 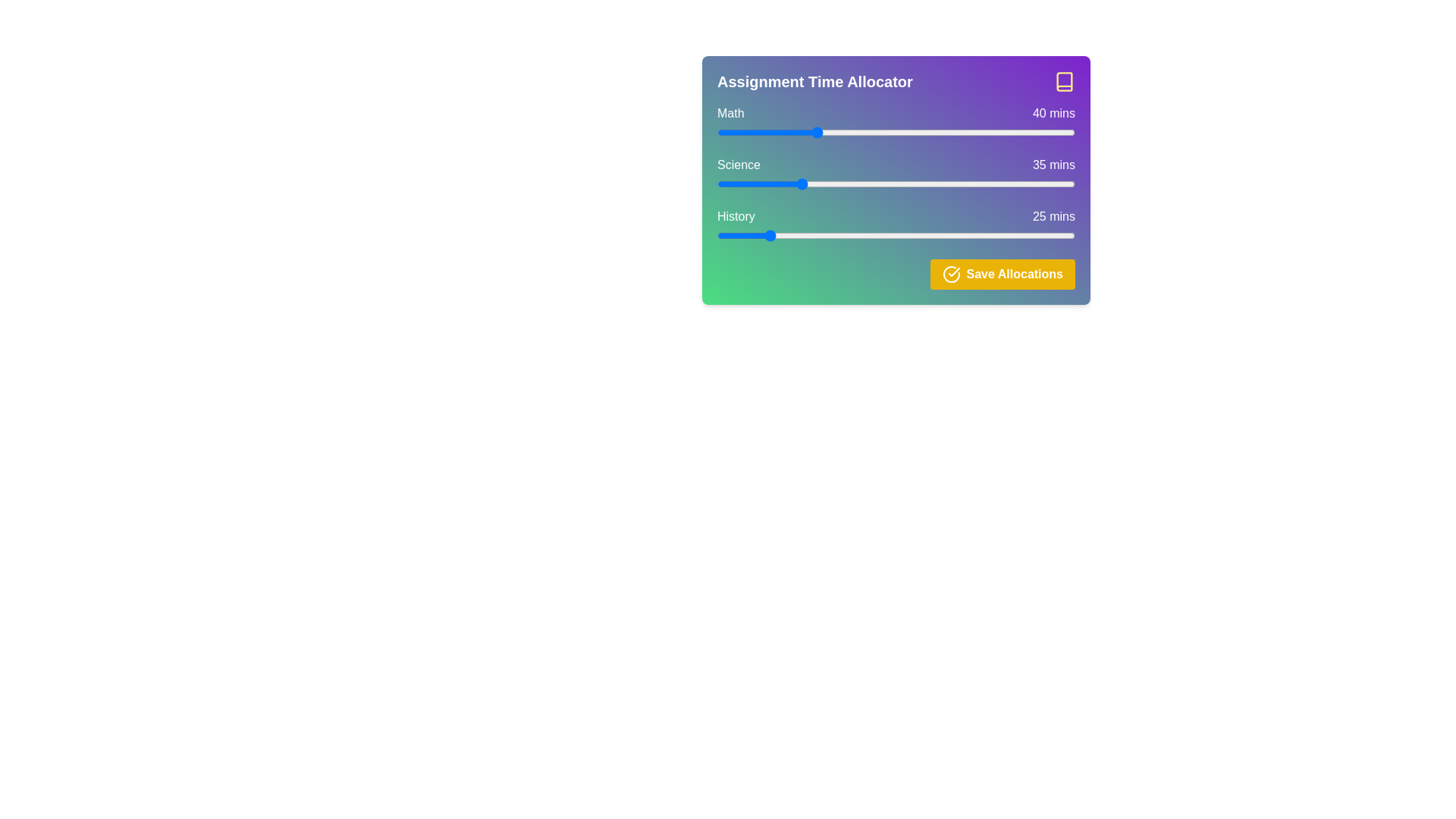 I want to click on time allocation for Science, so click(x=944, y=184).